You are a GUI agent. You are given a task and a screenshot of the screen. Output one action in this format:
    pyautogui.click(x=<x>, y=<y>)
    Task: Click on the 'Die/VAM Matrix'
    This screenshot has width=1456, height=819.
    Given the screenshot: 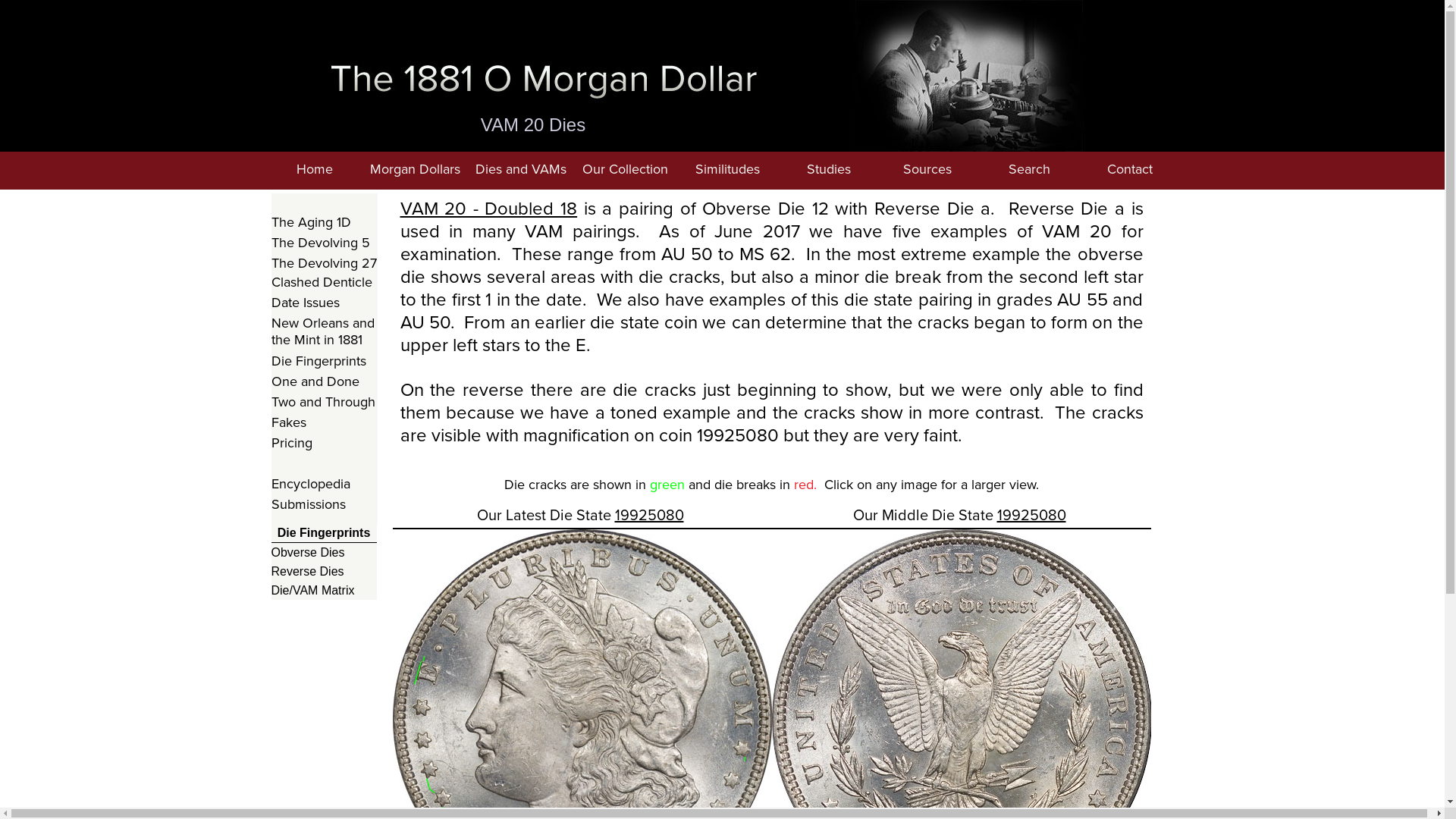 What is the action you would take?
    pyautogui.click(x=323, y=589)
    